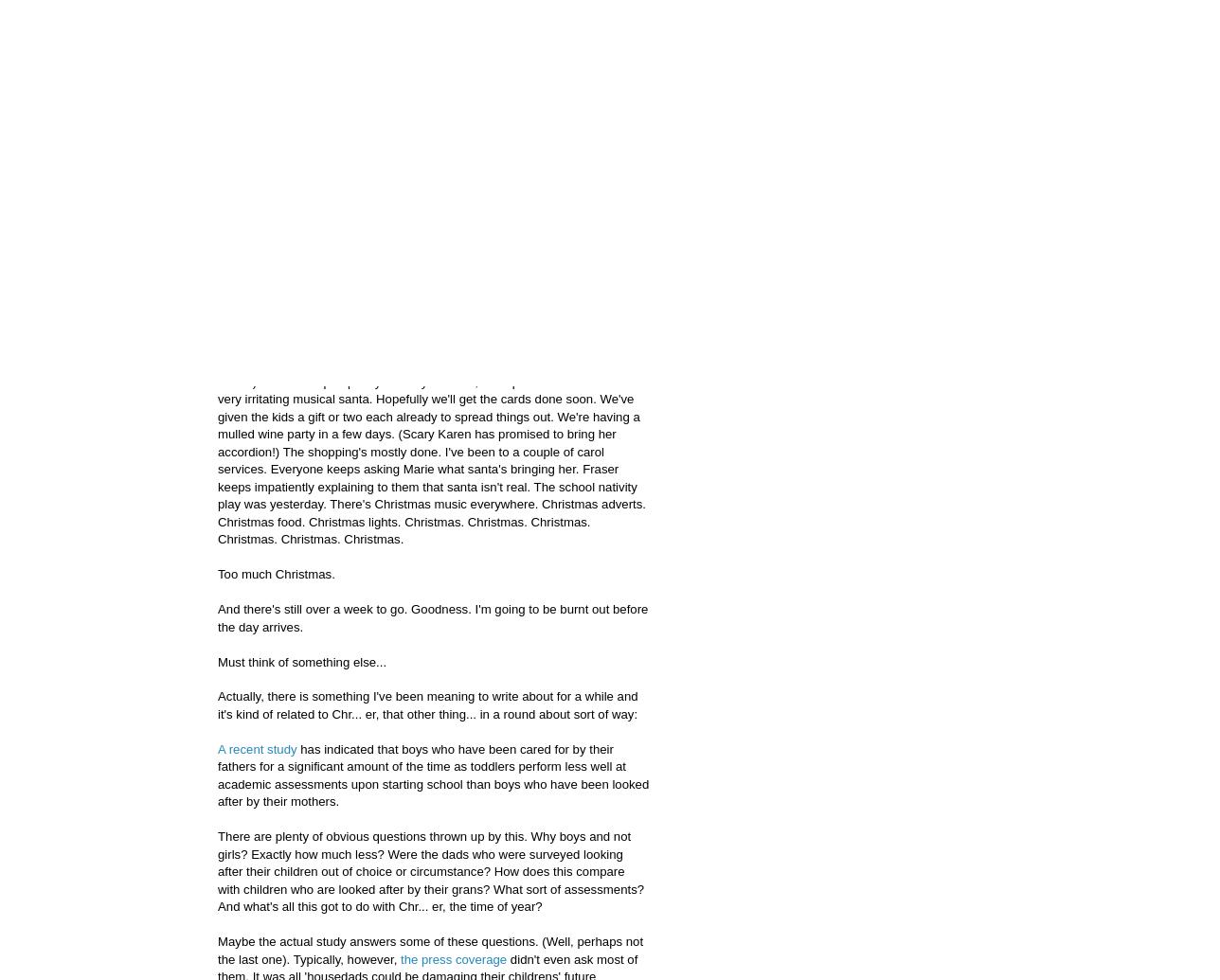 This screenshot has width=1220, height=980. I want to click on 'has indicated that boys who have been cared for by their fathers for a significant amount of the time as toddlers perform less well at academic assessments upon starting school than boys who have been looked after by their mothers.', so click(433, 774).